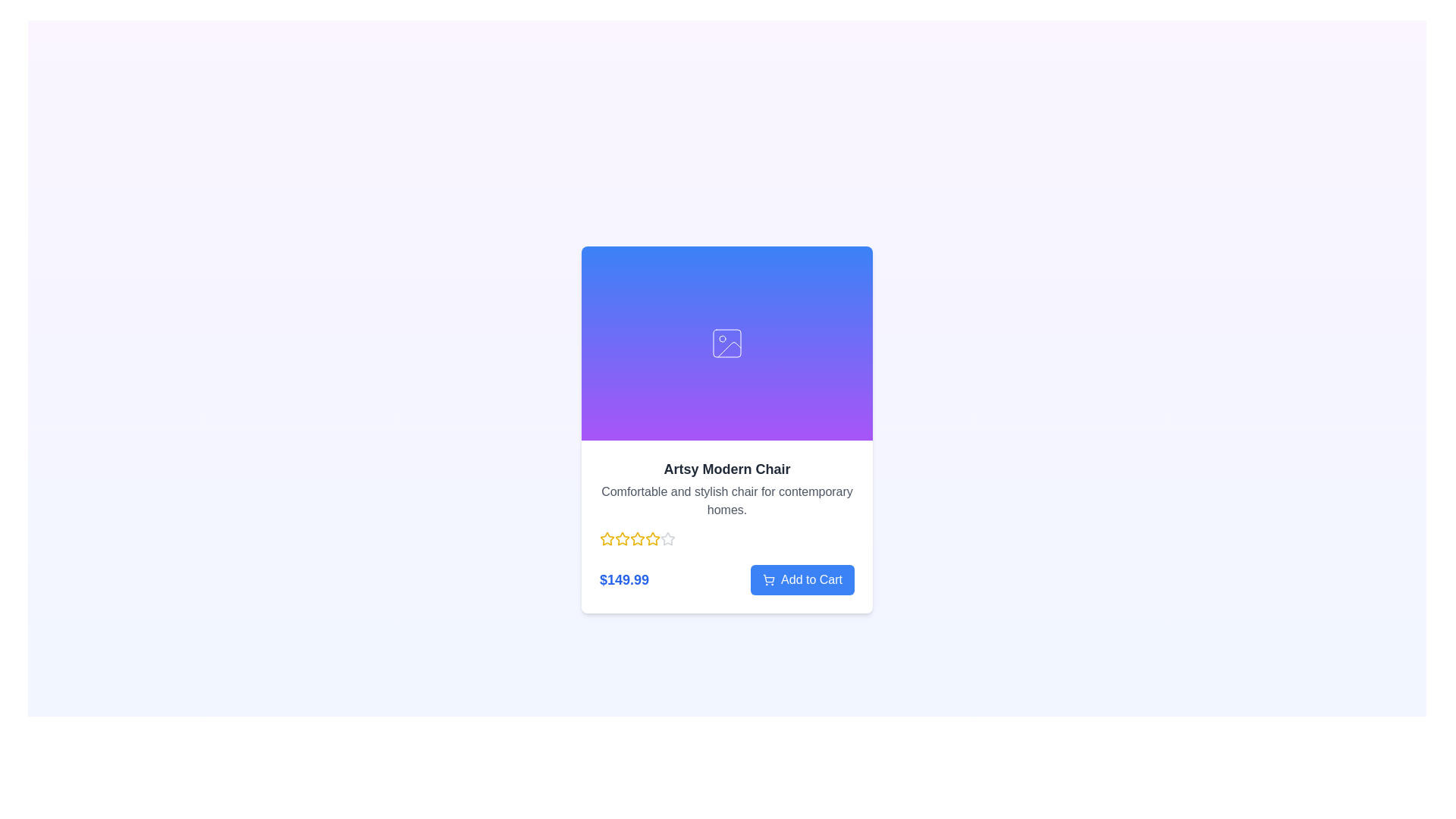 This screenshot has width=1456, height=819. Describe the element at coordinates (622, 537) in the screenshot. I see `the second star rating icon below the 'Artsy Modern Chair' product description` at that location.